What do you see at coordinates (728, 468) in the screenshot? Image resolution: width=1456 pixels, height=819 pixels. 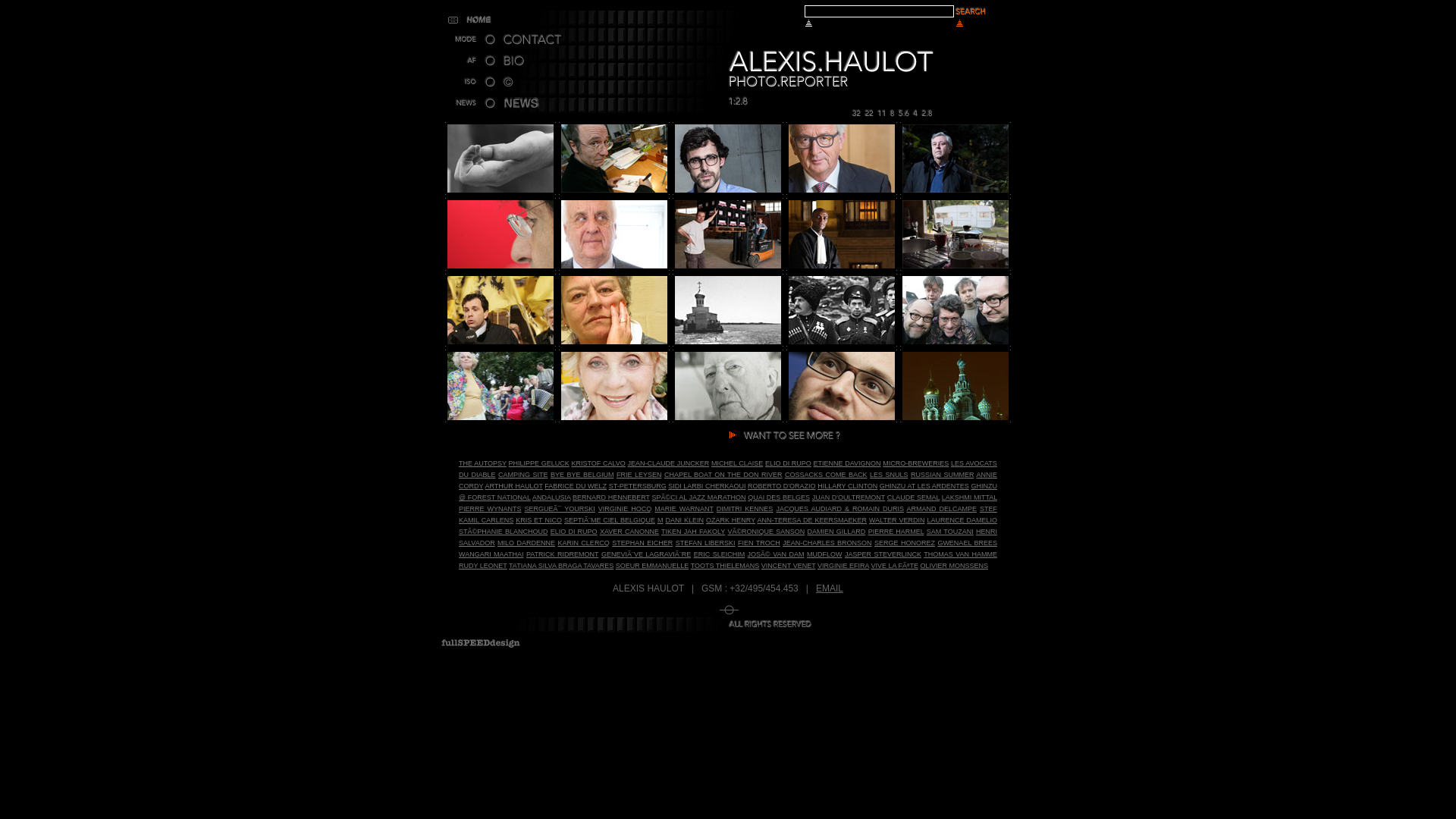 I see `'LES AVOCATS DU DIABLE'` at bounding box center [728, 468].